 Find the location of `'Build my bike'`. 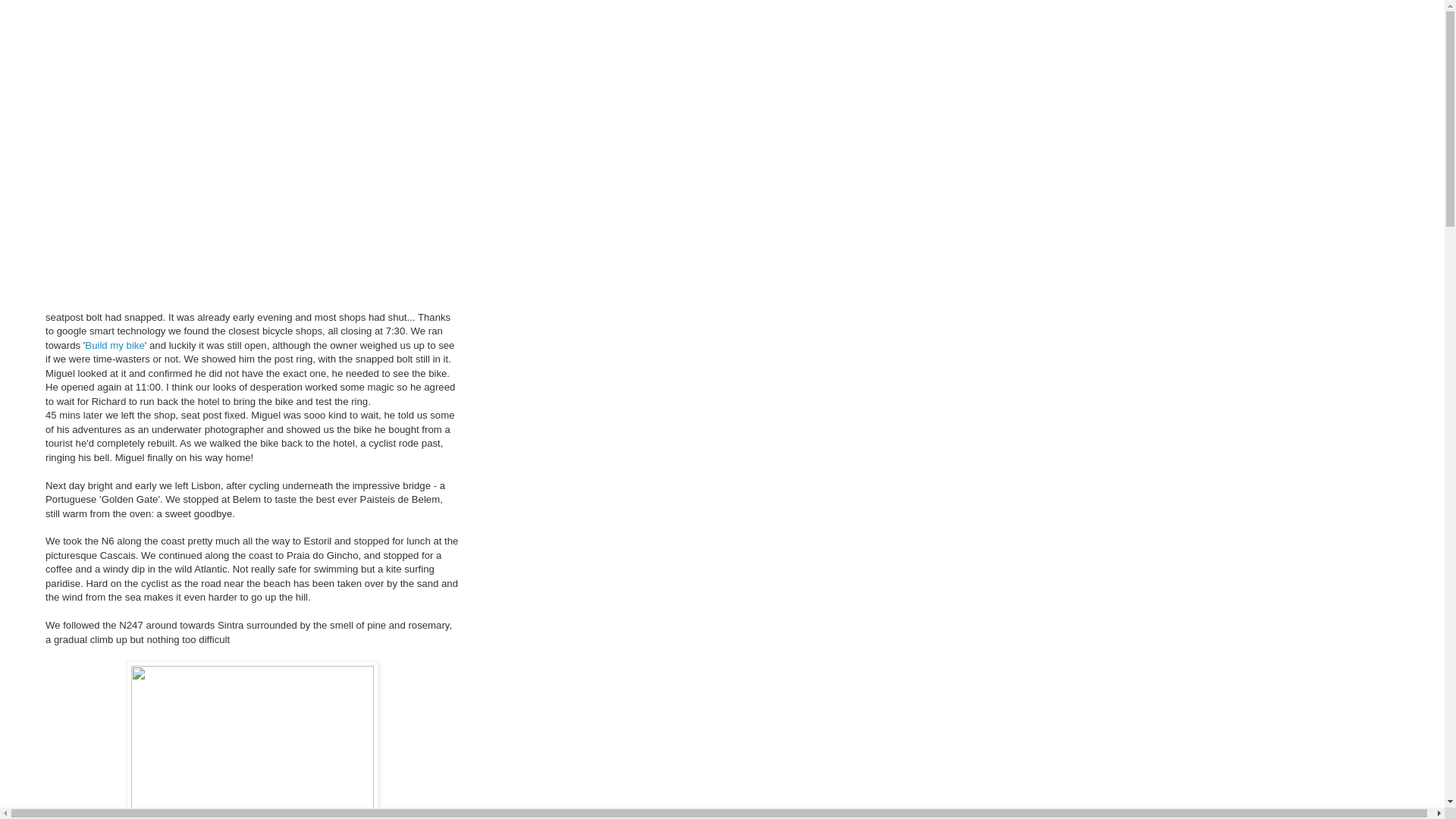

'Build my bike' is located at coordinates (113, 345).